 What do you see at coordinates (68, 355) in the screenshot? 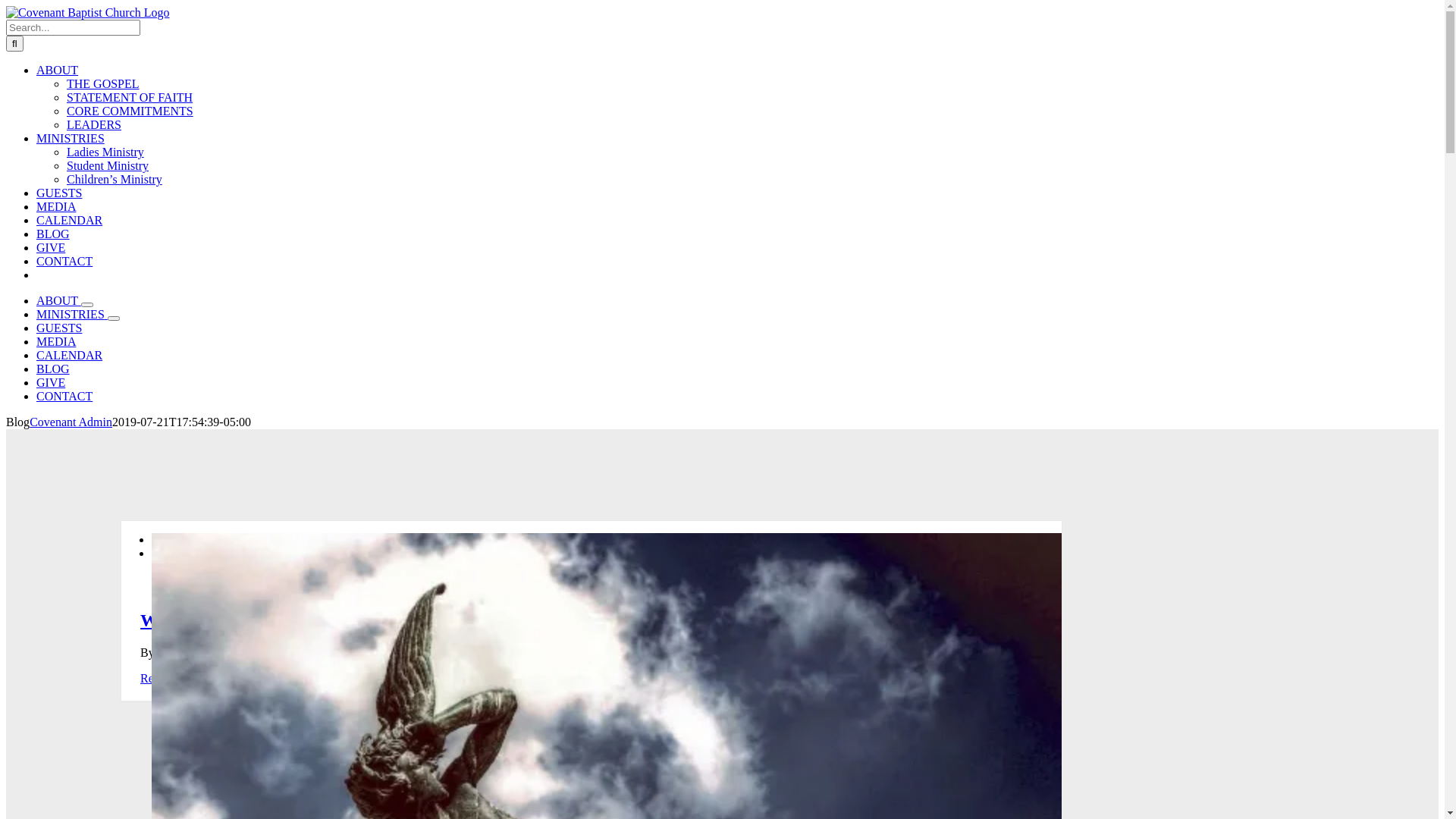
I see `'CALENDAR'` at bounding box center [68, 355].